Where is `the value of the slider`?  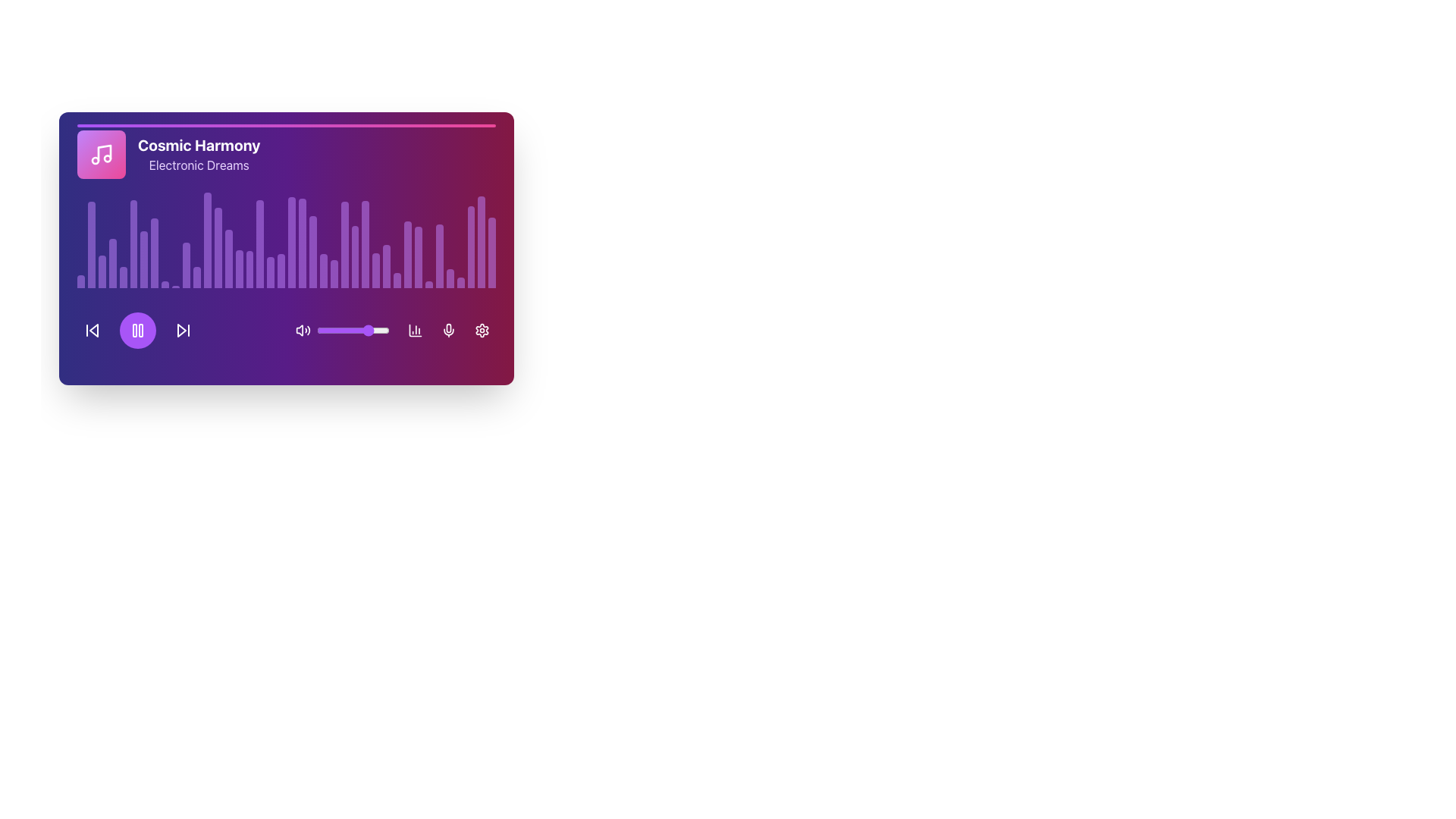
the value of the slider is located at coordinates (359, 329).